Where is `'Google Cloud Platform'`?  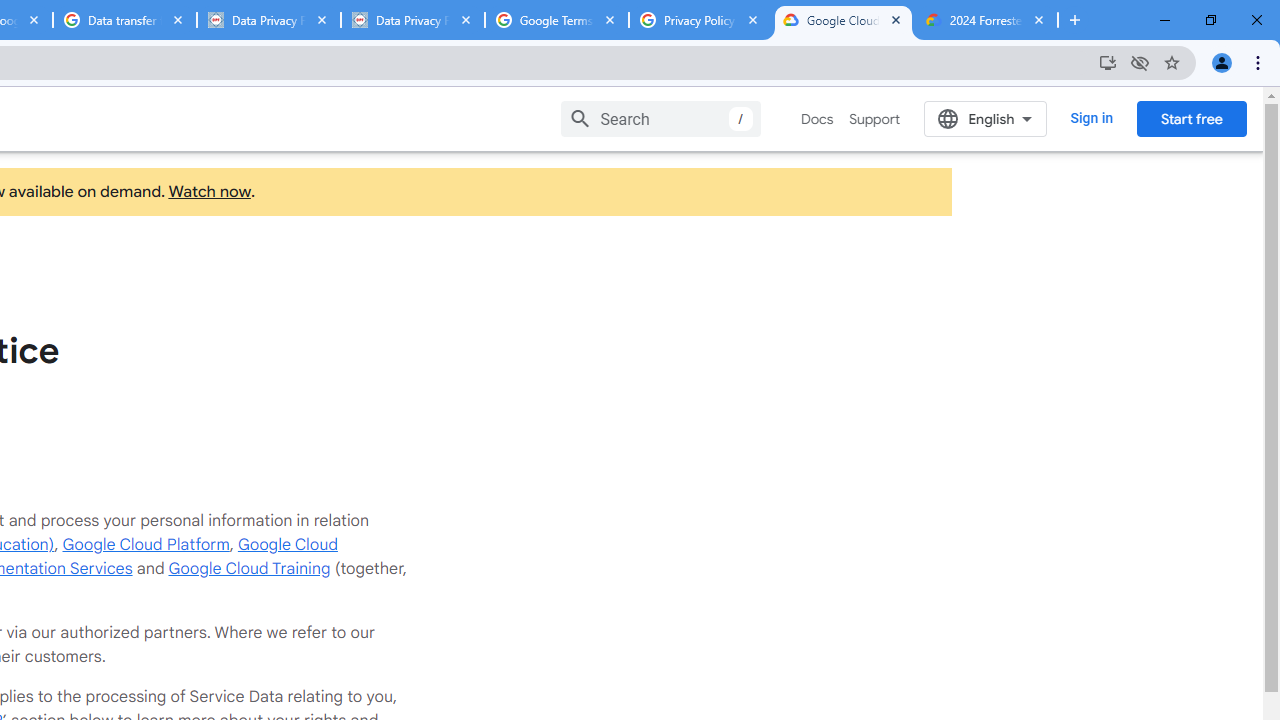 'Google Cloud Platform' is located at coordinates (144, 545).